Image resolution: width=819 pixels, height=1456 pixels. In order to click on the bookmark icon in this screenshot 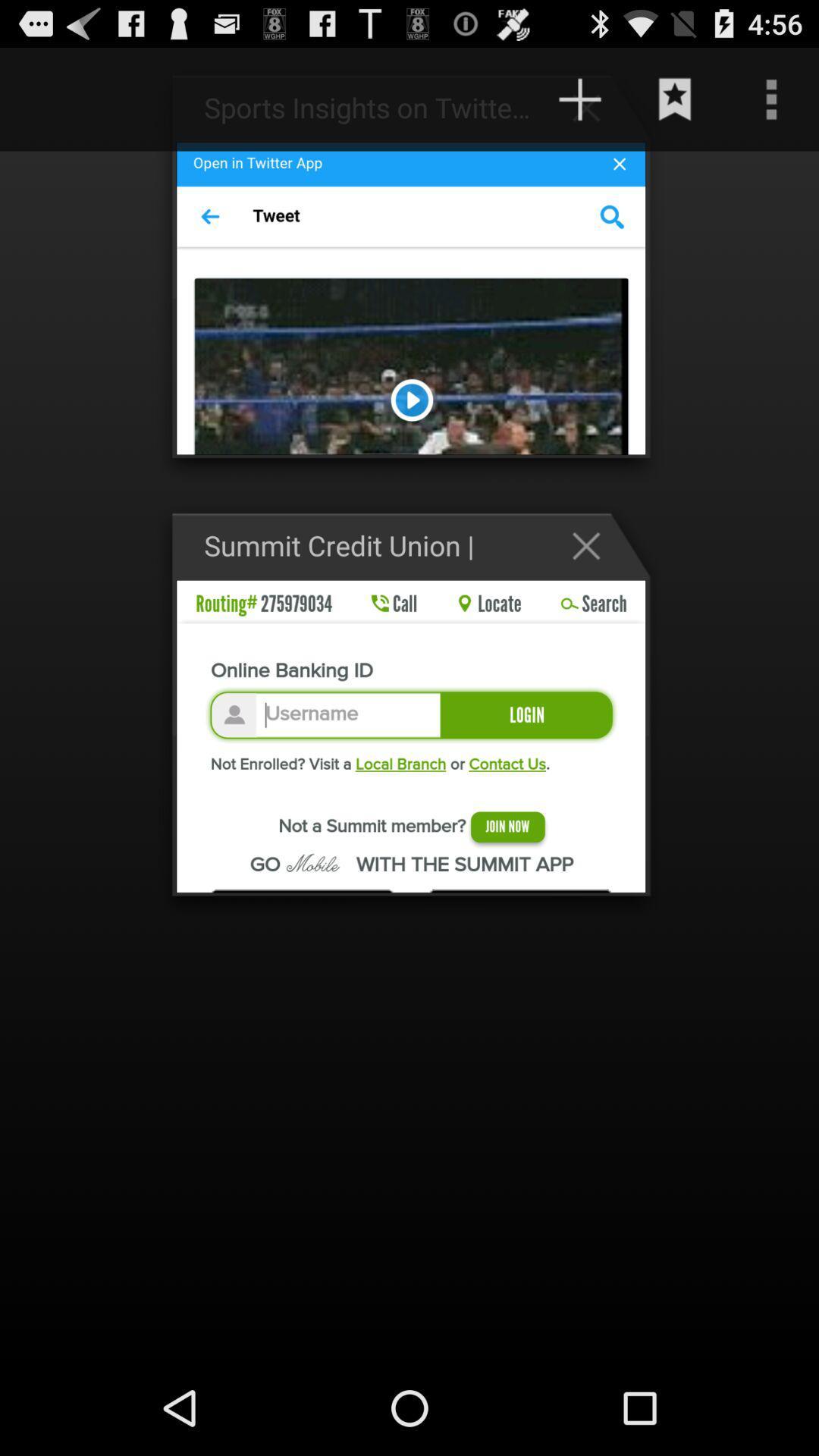, I will do `click(675, 105)`.